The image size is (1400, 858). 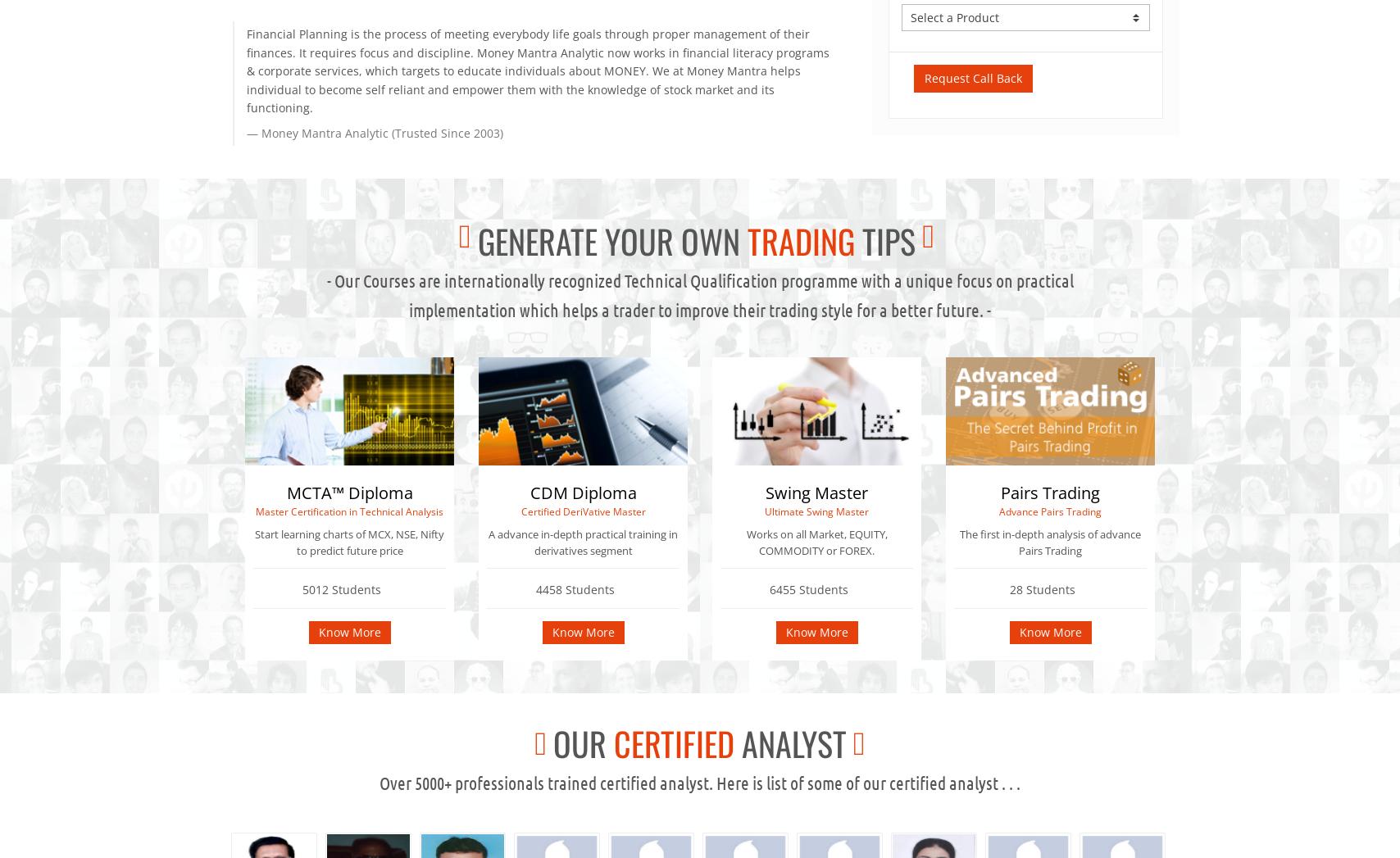 I want to click on 'Ultimate Swing Master', so click(x=816, y=511).